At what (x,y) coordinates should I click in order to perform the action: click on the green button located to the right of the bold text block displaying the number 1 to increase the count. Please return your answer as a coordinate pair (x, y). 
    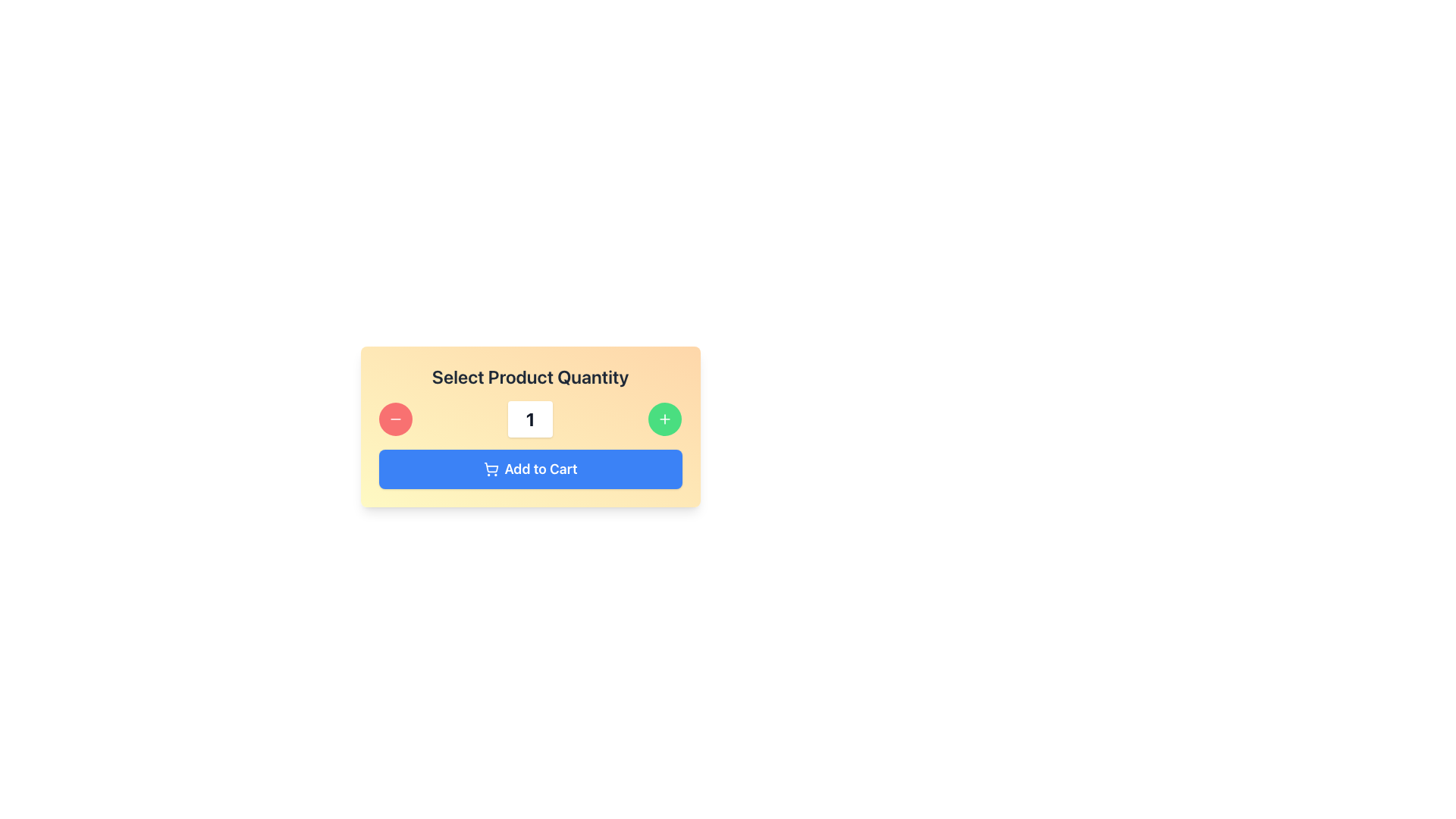
    Looking at the image, I should click on (665, 419).